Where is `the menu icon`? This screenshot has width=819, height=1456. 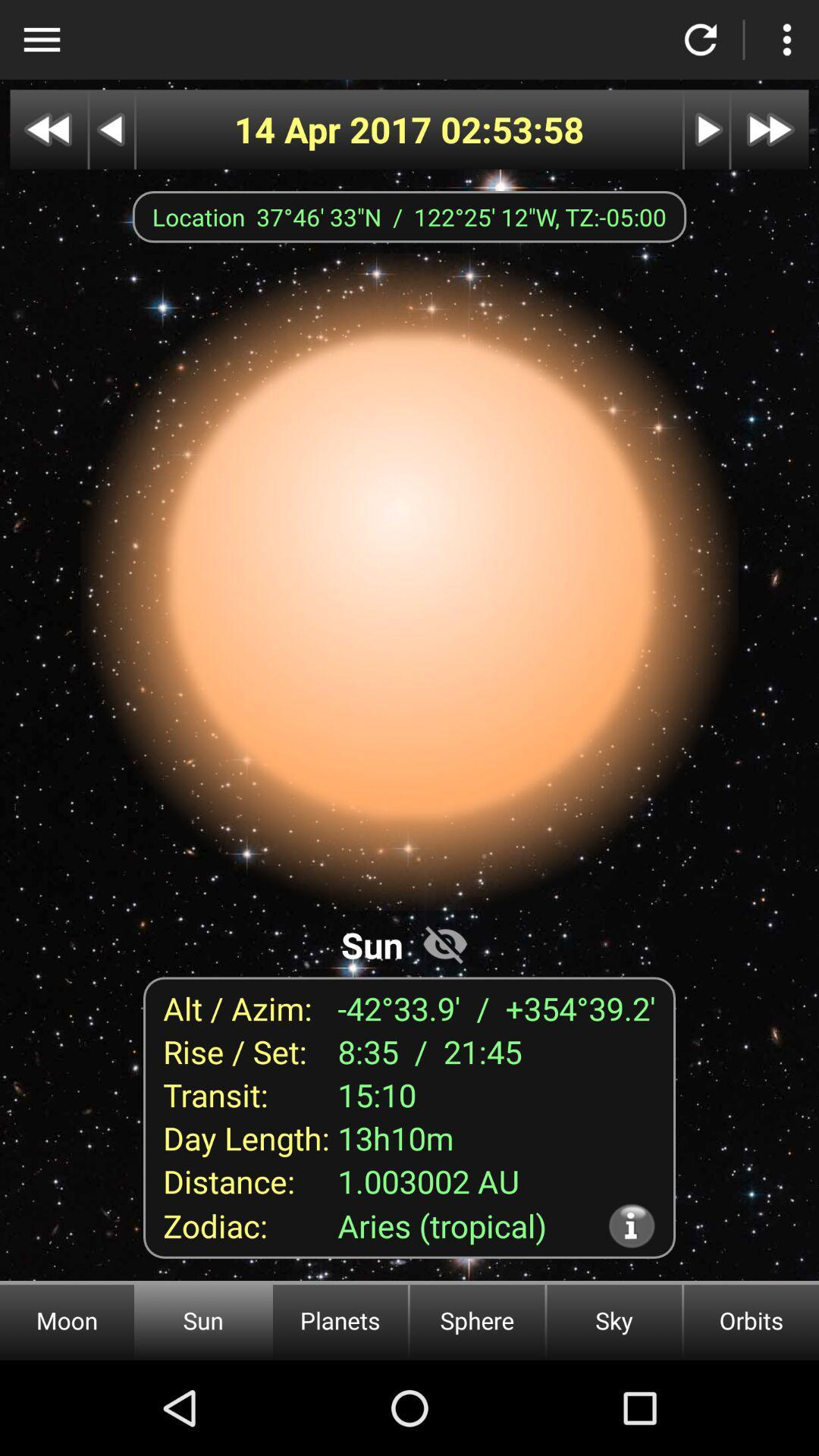 the menu icon is located at coordinates (41, 39).